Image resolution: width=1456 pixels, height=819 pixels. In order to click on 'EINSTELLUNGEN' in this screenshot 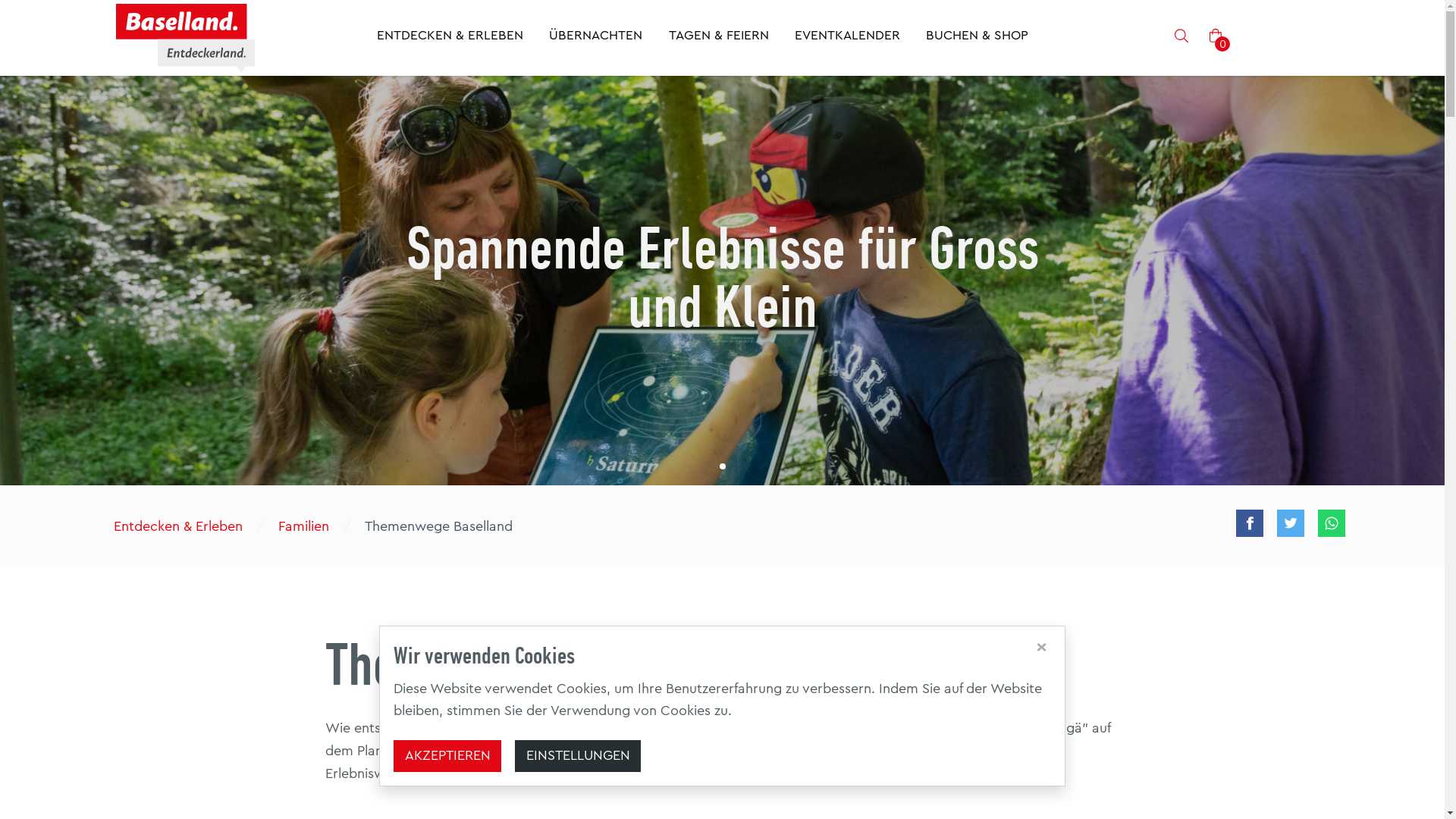, I will do `click(577, 756)`.